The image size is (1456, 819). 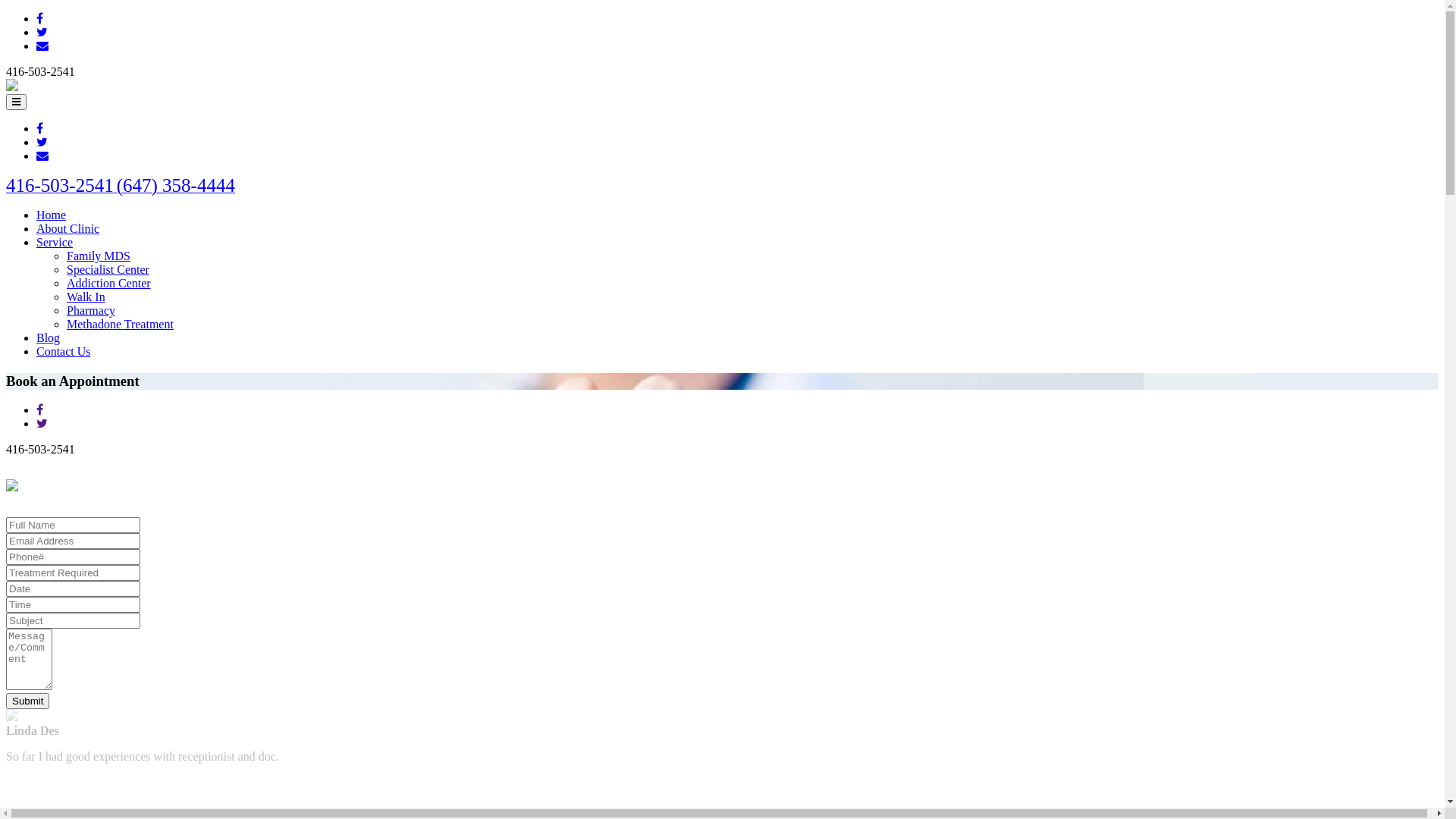 What do you see at coordinates (36, 351) in the screenshot?
I see `'Contact Us'` at bounding box center [36, 351].